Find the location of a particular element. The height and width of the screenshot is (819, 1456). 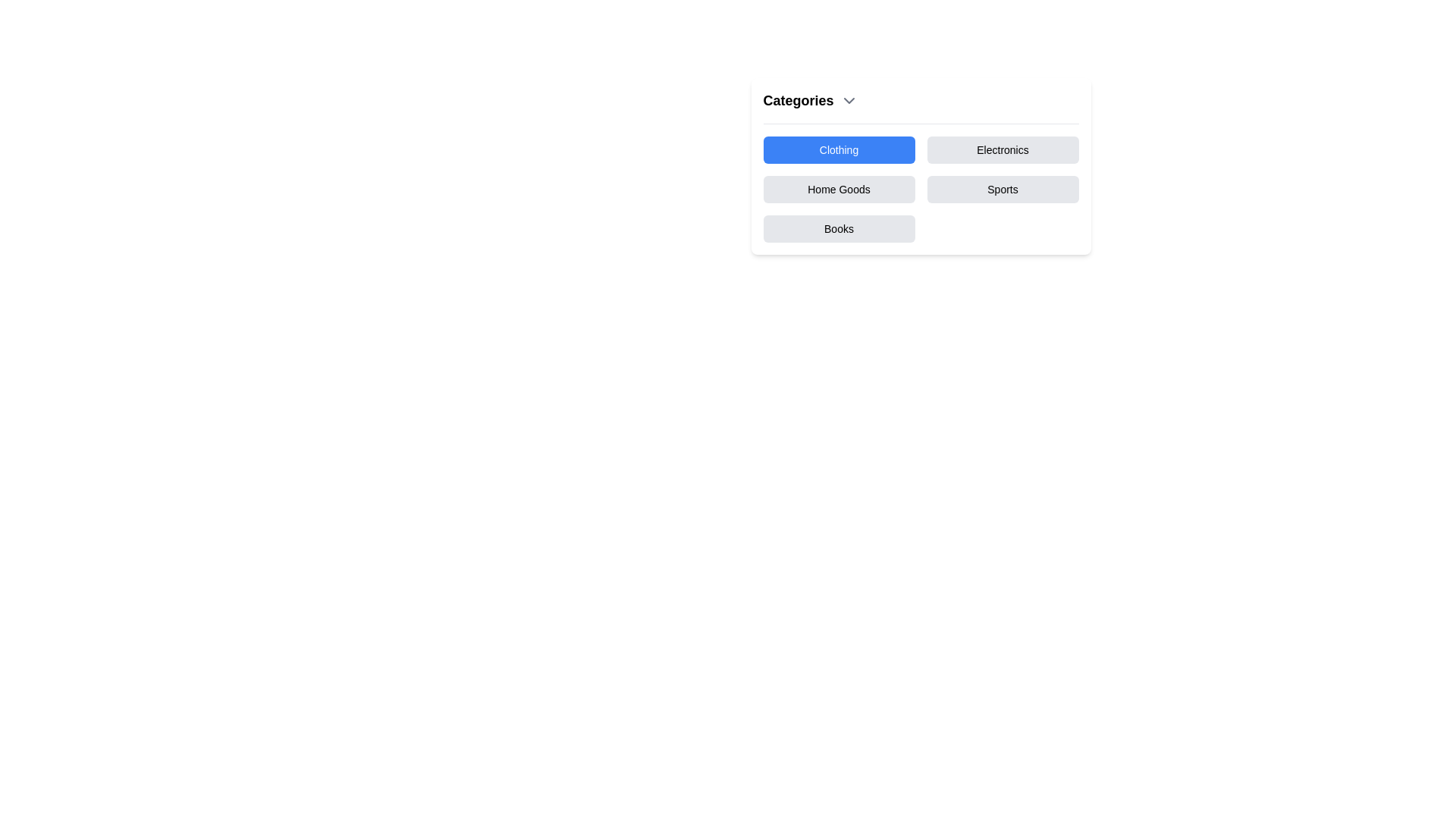

the 'Electronics' button, which is a rectangular button with a light gray background and bold font, located under the 'Categories' heading and positioned to the right of the 'Clothing' button is located at coordinates (1003, 149).